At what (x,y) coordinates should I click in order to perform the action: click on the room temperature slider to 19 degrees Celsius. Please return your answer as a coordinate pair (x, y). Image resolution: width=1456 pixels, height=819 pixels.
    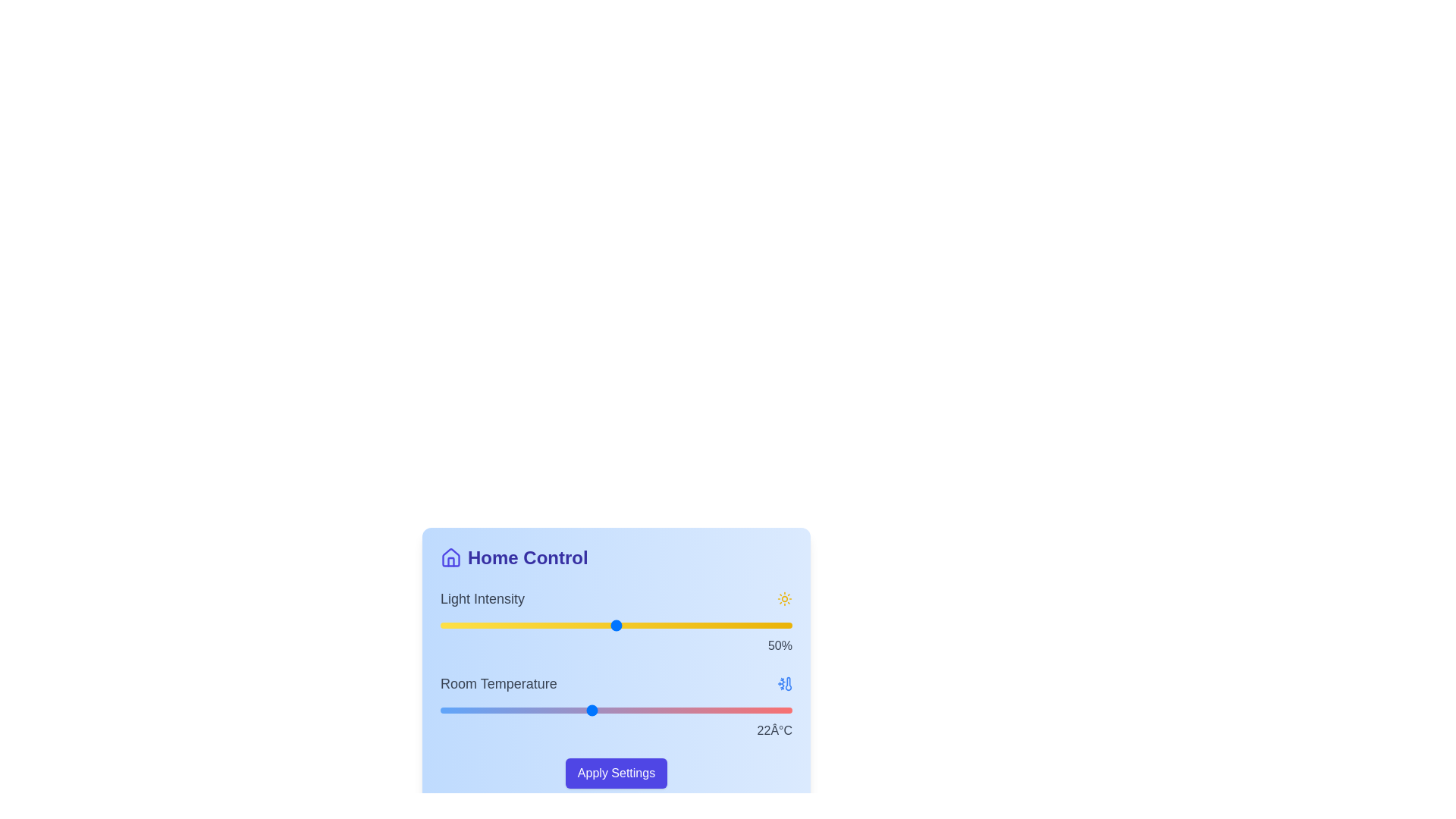
    Looking at the image, I should click on (516, 711).